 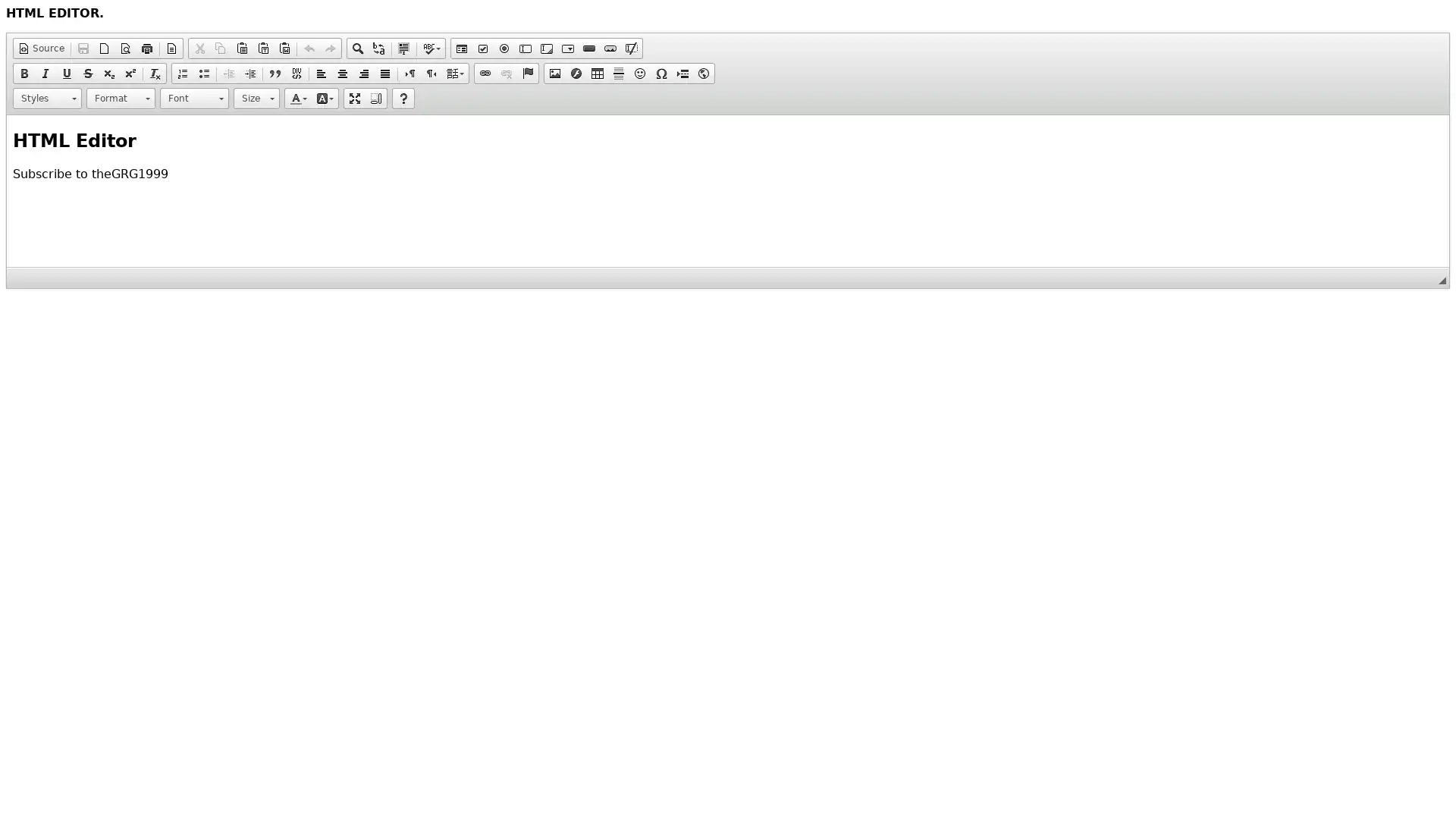 I want to click on Insert/Remove Numbered List, so click(x=182, y=73).